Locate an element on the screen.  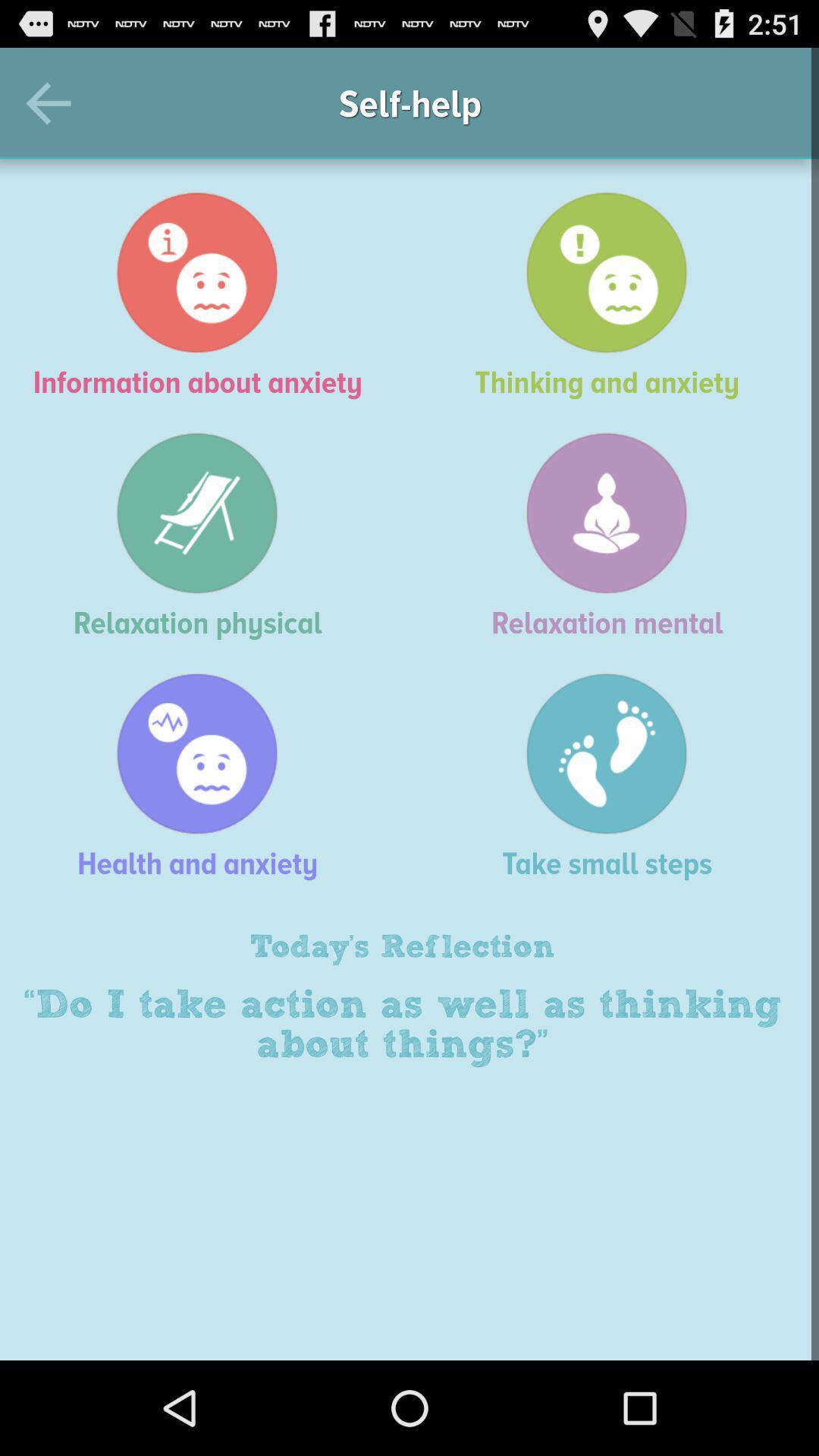
the relaxation physical icon is located at coordinates (205, 535).